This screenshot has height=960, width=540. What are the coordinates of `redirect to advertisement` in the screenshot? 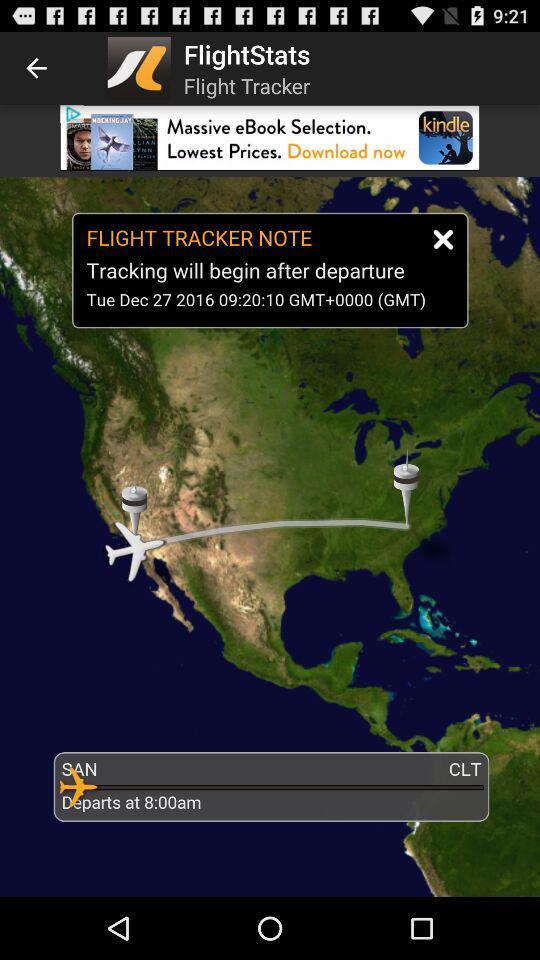 It's located at (270, 136).